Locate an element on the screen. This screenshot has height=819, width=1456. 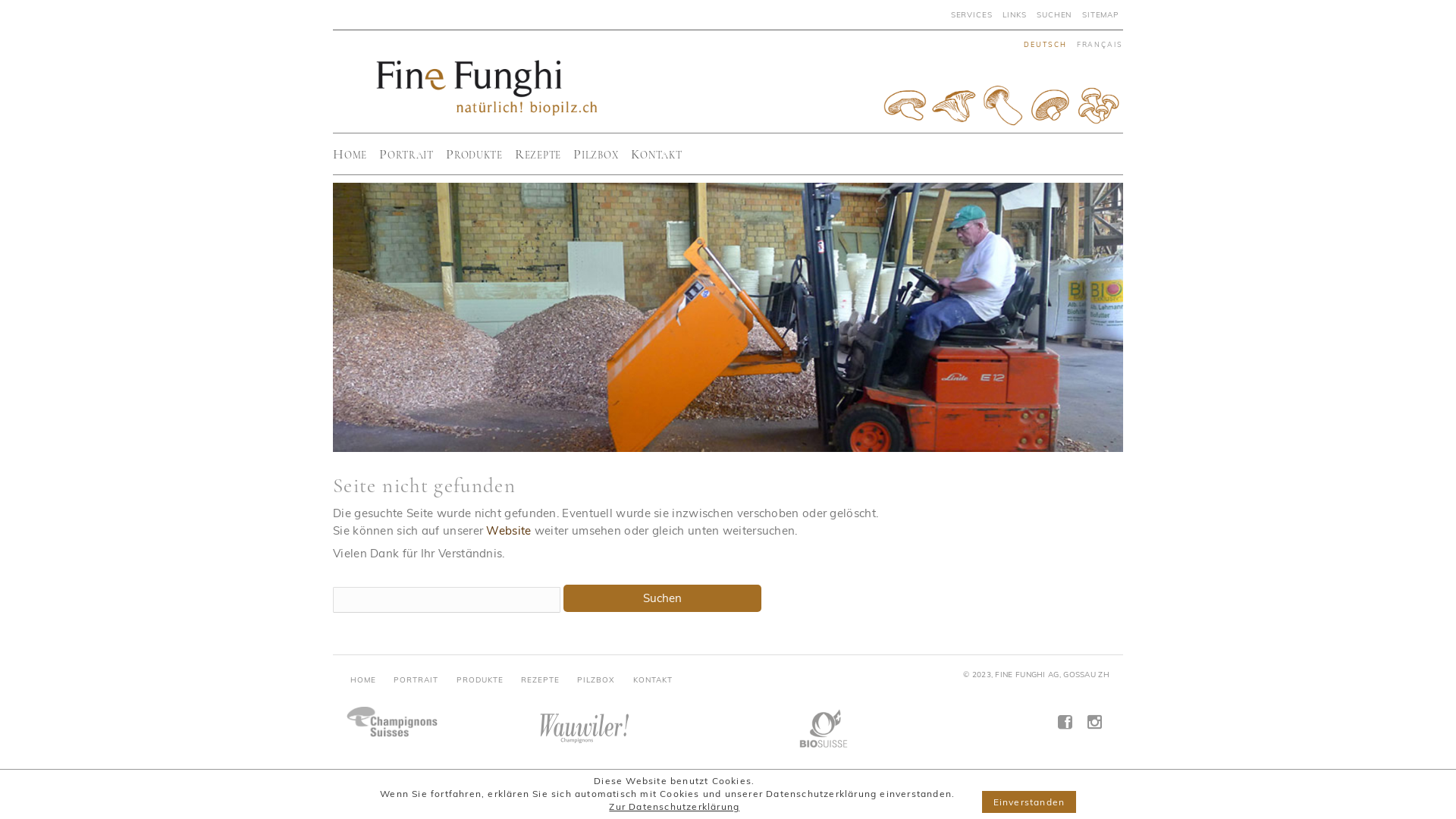
'PORTRAIT' is located at coordinates (416, 679).